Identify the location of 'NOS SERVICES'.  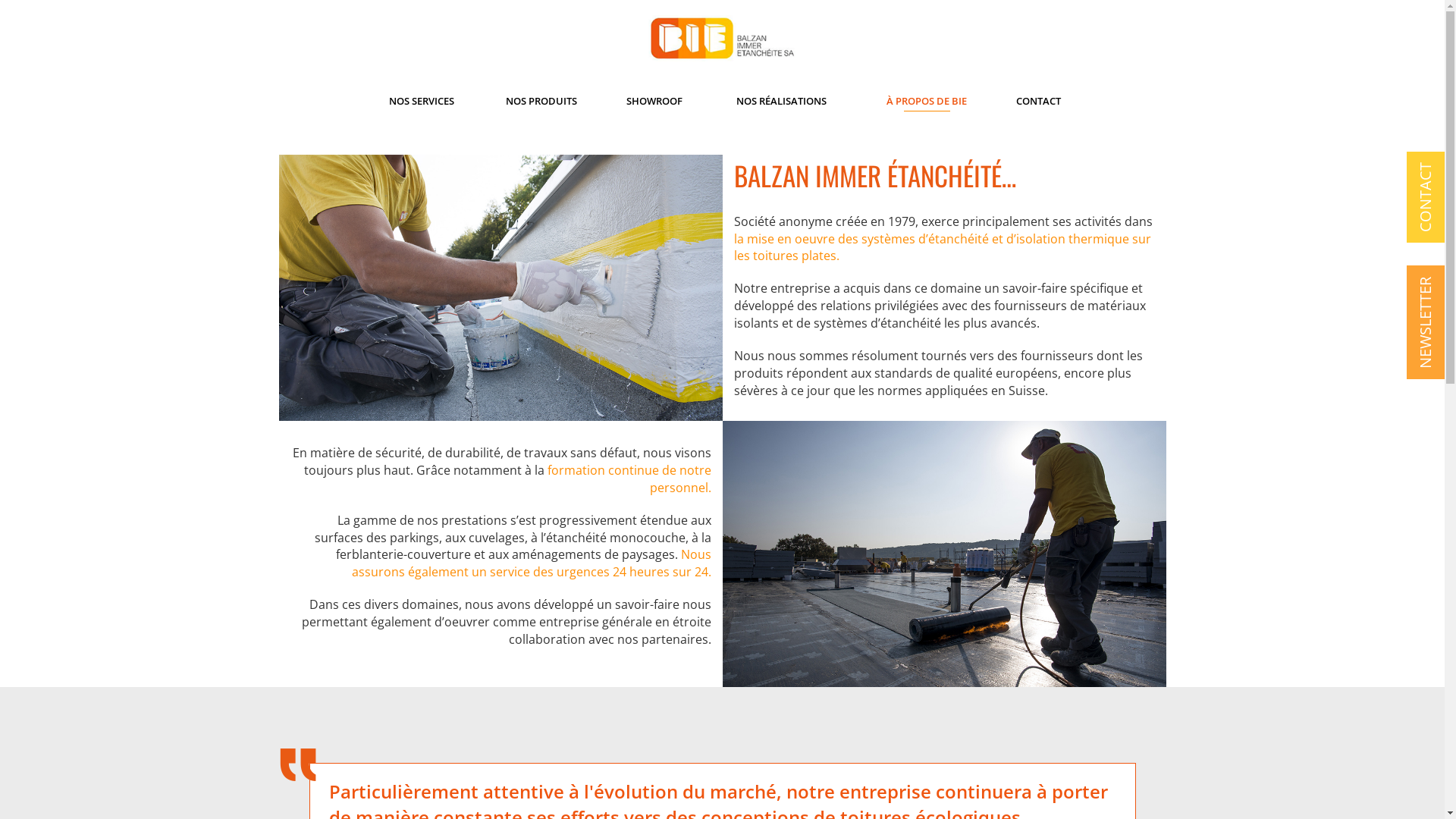
(422, 100).